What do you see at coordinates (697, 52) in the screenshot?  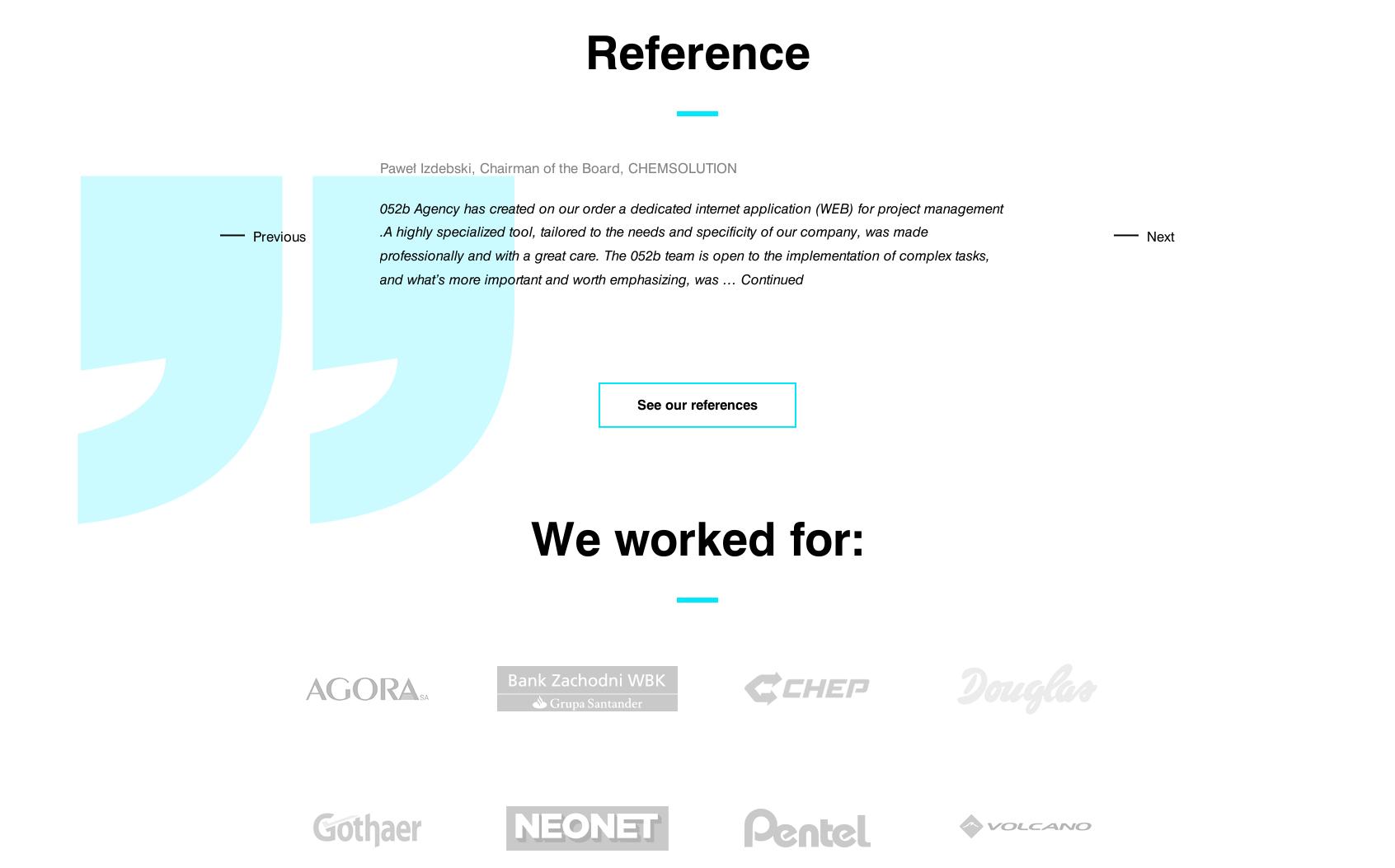 I see `'Reference'` at bounding box center [697, 52].